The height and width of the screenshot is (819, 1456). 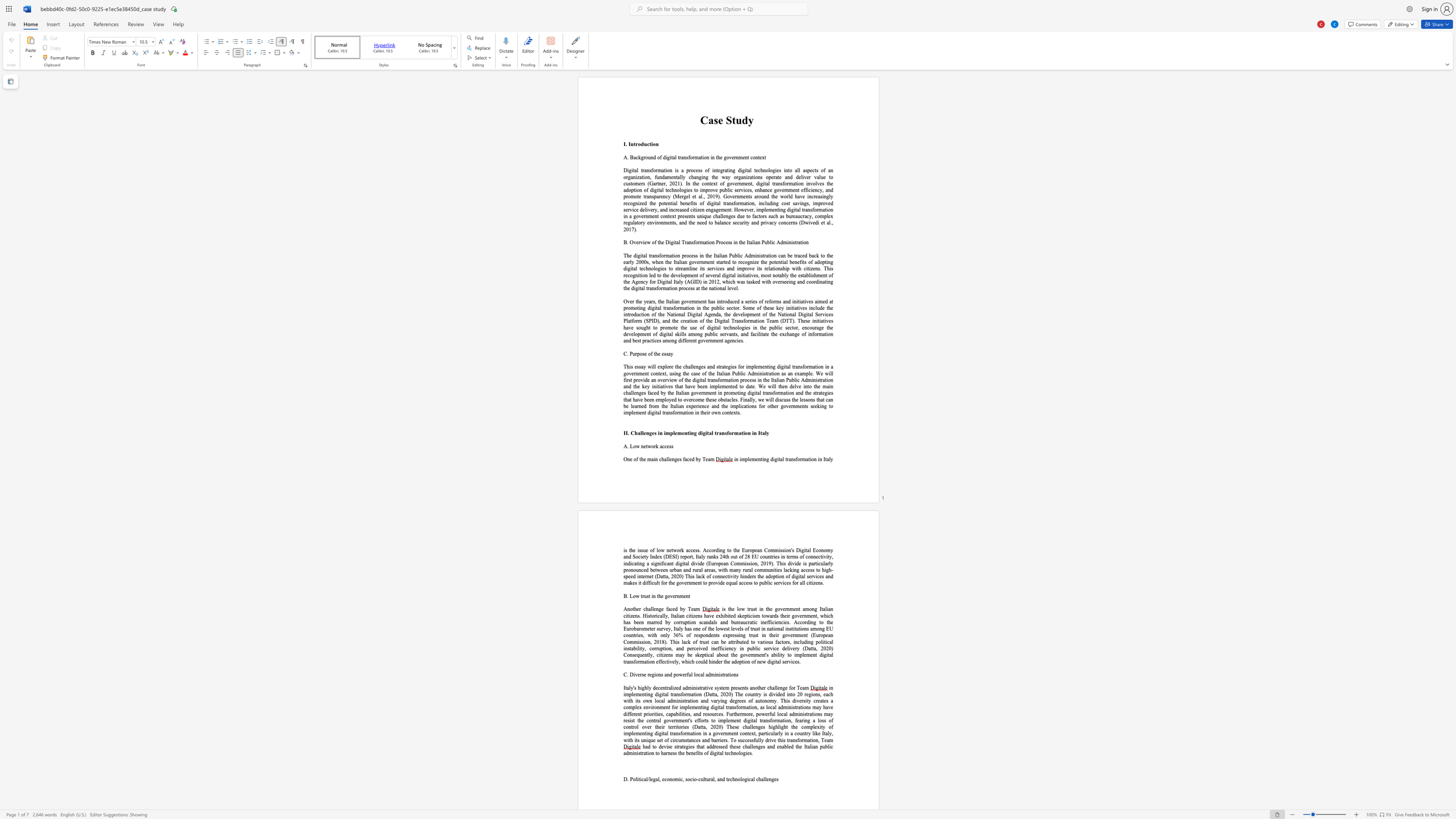 What do you see at coordinates (674, 557) in the screenshot?
I see `the 2th character "S" in the text` at bounding box center [674, 557].